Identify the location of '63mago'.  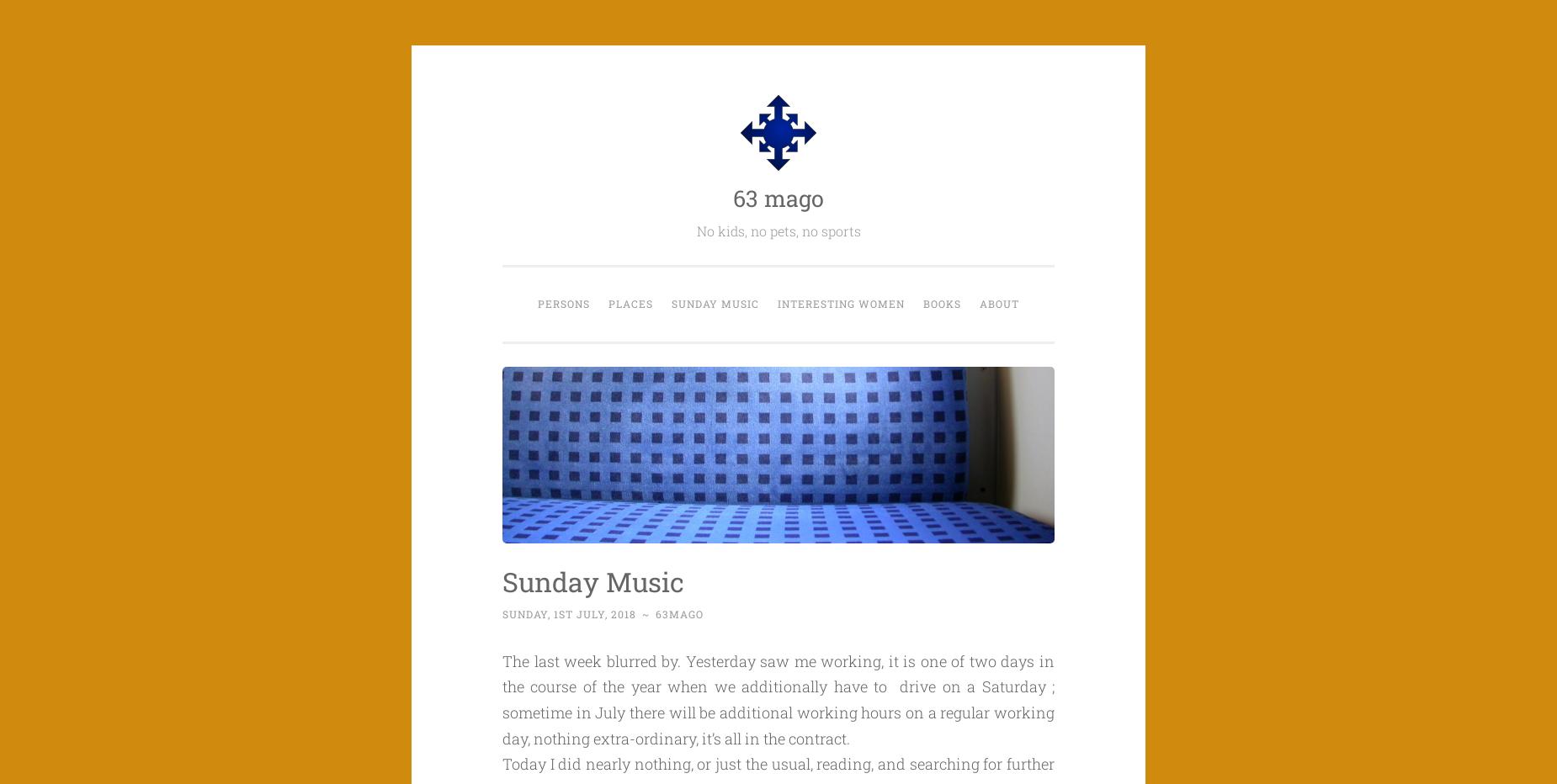
(656, 613).